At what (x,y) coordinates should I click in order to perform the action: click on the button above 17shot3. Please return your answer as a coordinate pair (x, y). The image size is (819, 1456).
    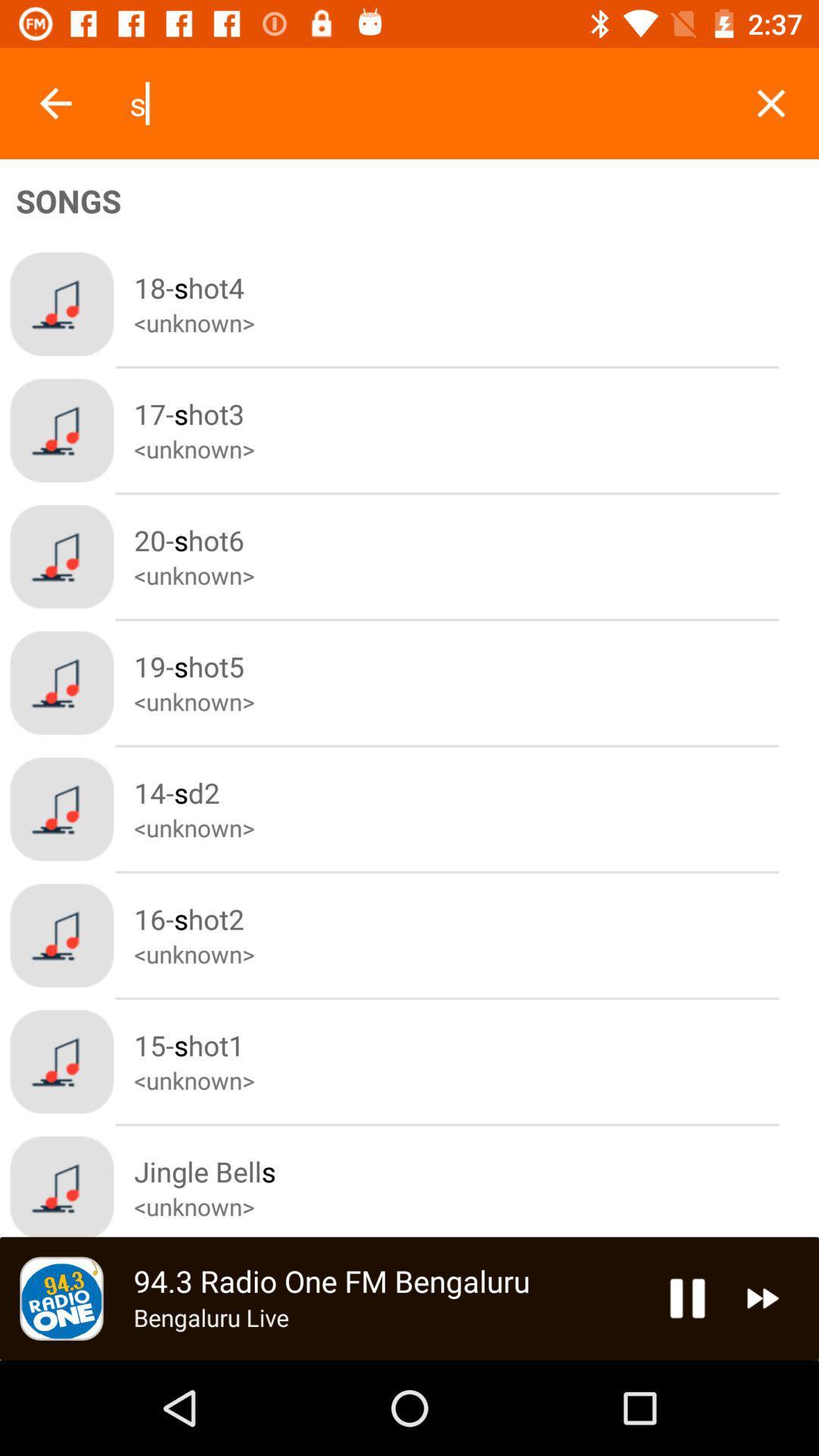
    Looking at the image, I should click on (475, 303).